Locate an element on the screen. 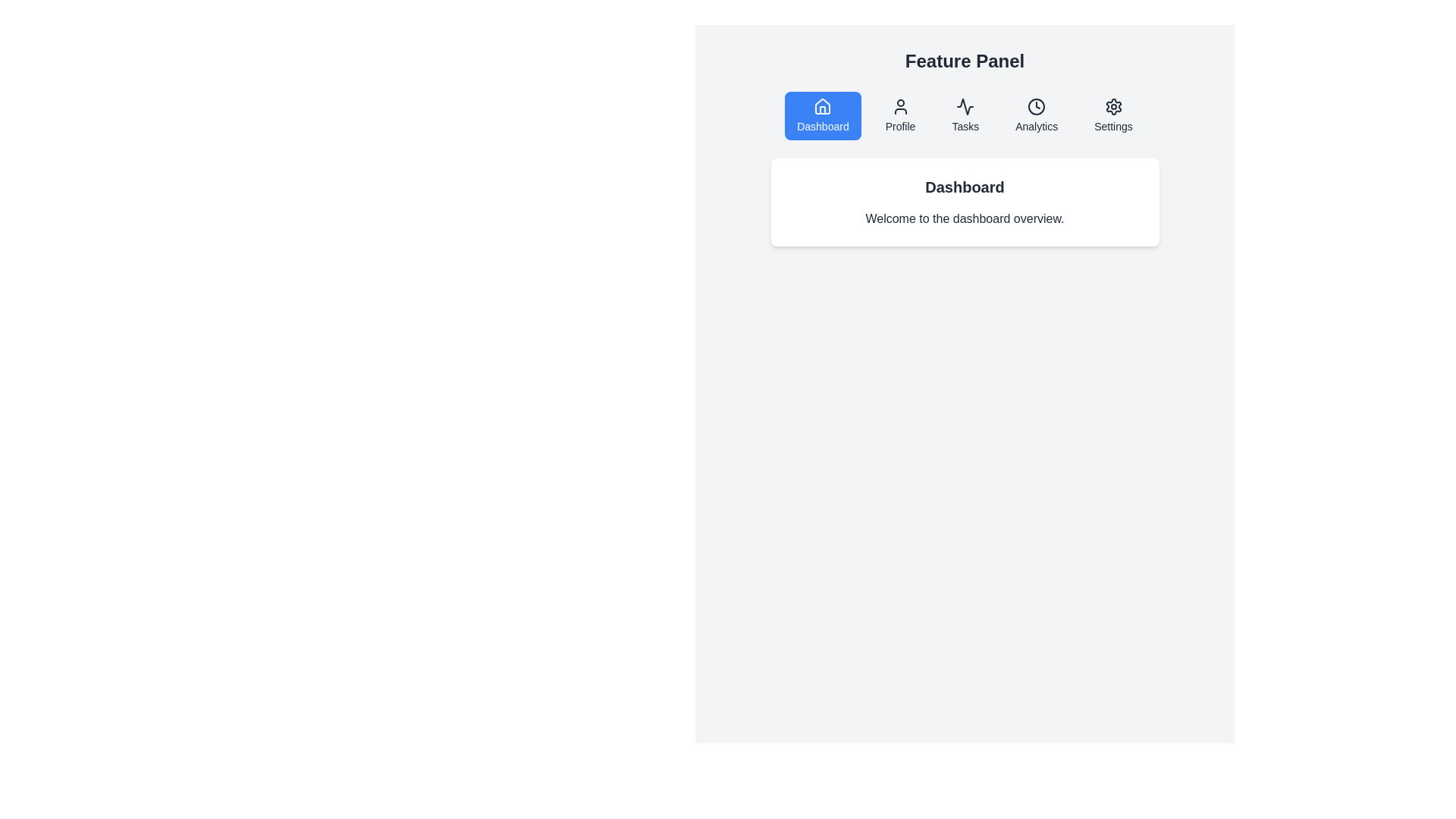 The width and height of the screenshot is (1456, 819). static text element that displays 'Welcome to the dashboard overview.' located below the 'Dashboard' heading is located at coordinates (964, 219).